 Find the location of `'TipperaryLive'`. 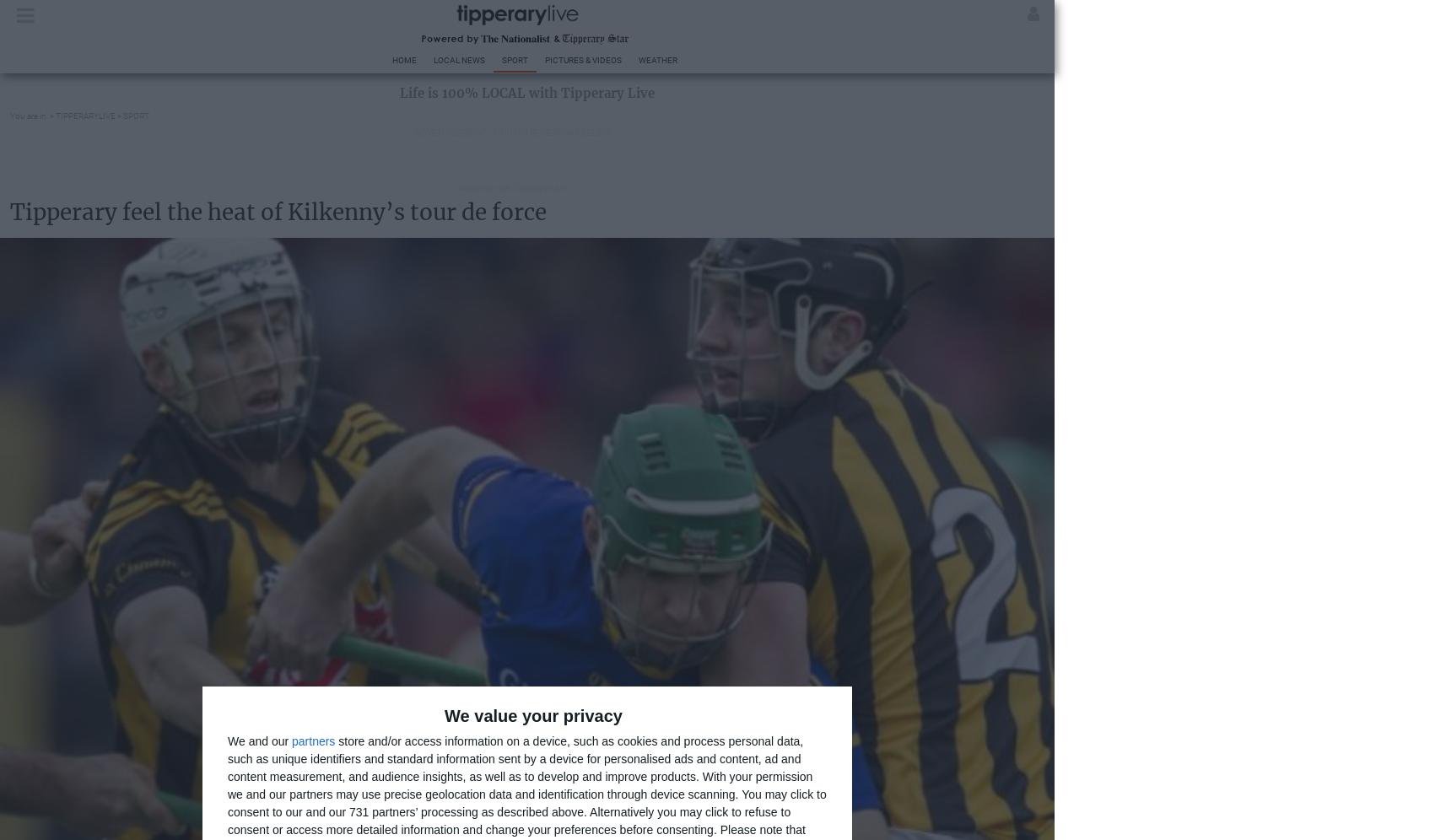

'TipperaryLive' is located at coordinates (55, 115).